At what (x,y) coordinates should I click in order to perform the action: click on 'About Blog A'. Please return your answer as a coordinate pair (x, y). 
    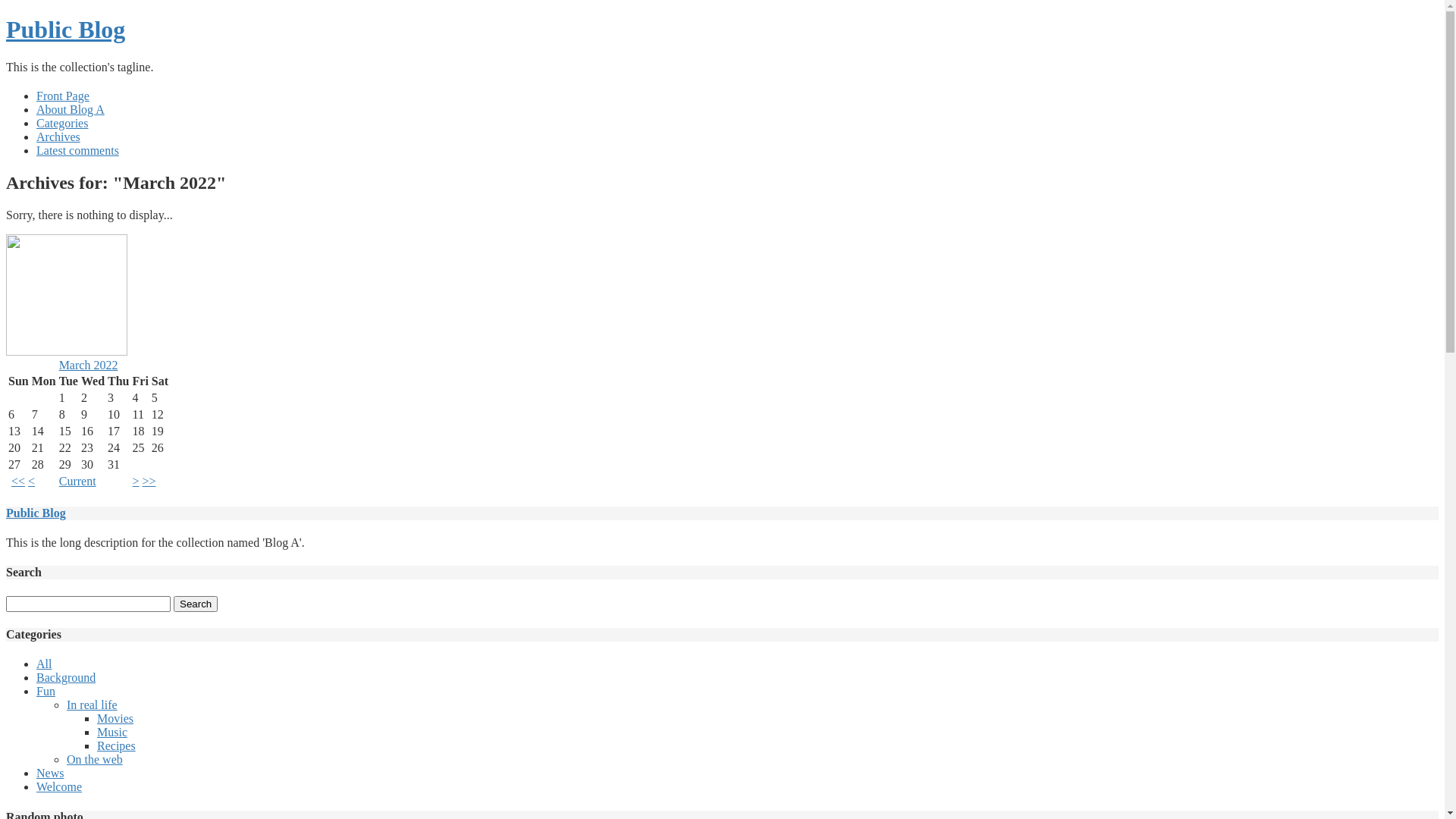
    Looking at the image, I should click on (69, 108).